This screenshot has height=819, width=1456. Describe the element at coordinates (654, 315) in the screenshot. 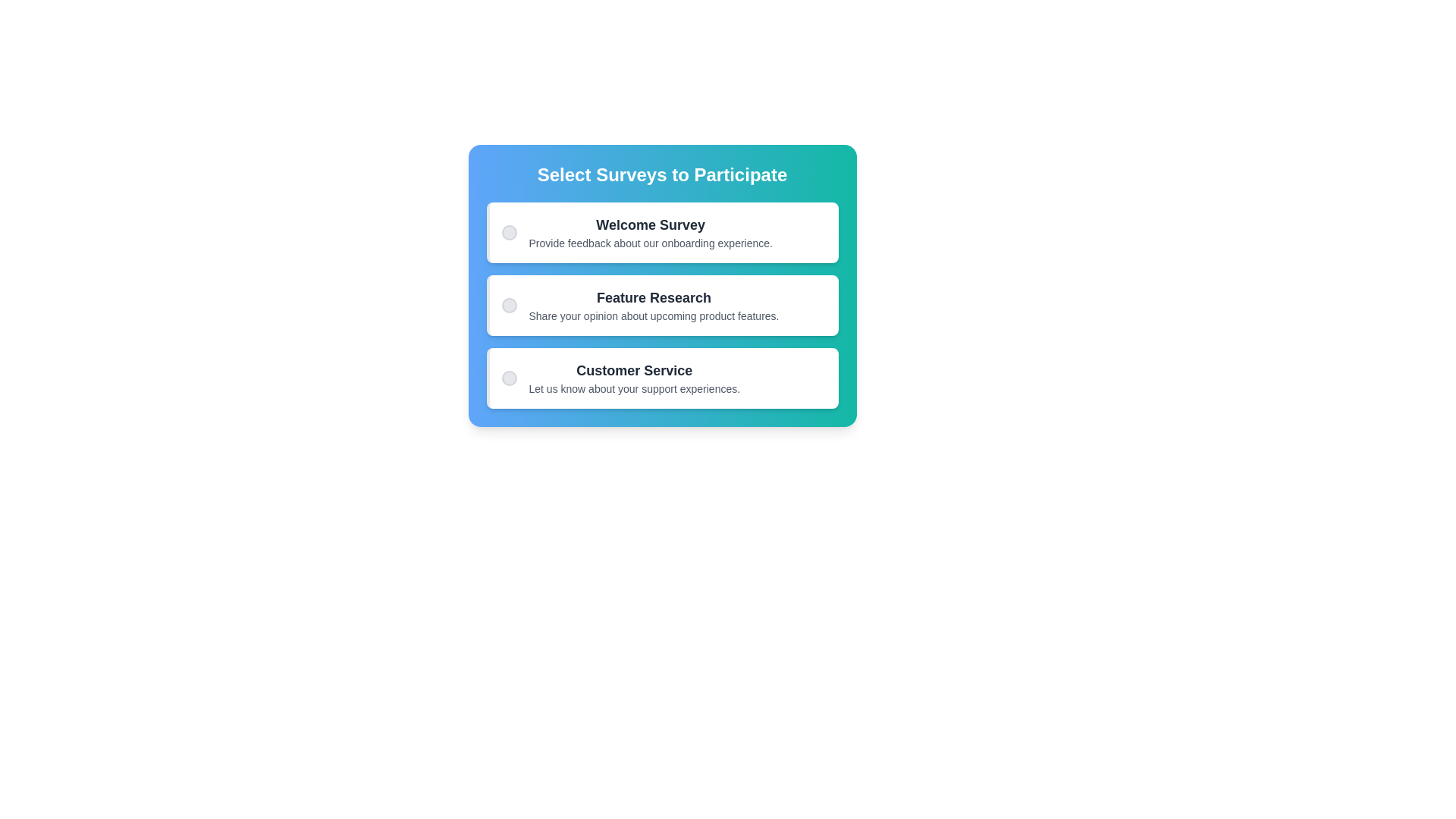

I see `instruction text displayed as 'Share your opinion about upcoming product features.' located beneath the header 'Feature Research' in the second survey option box` at that location.